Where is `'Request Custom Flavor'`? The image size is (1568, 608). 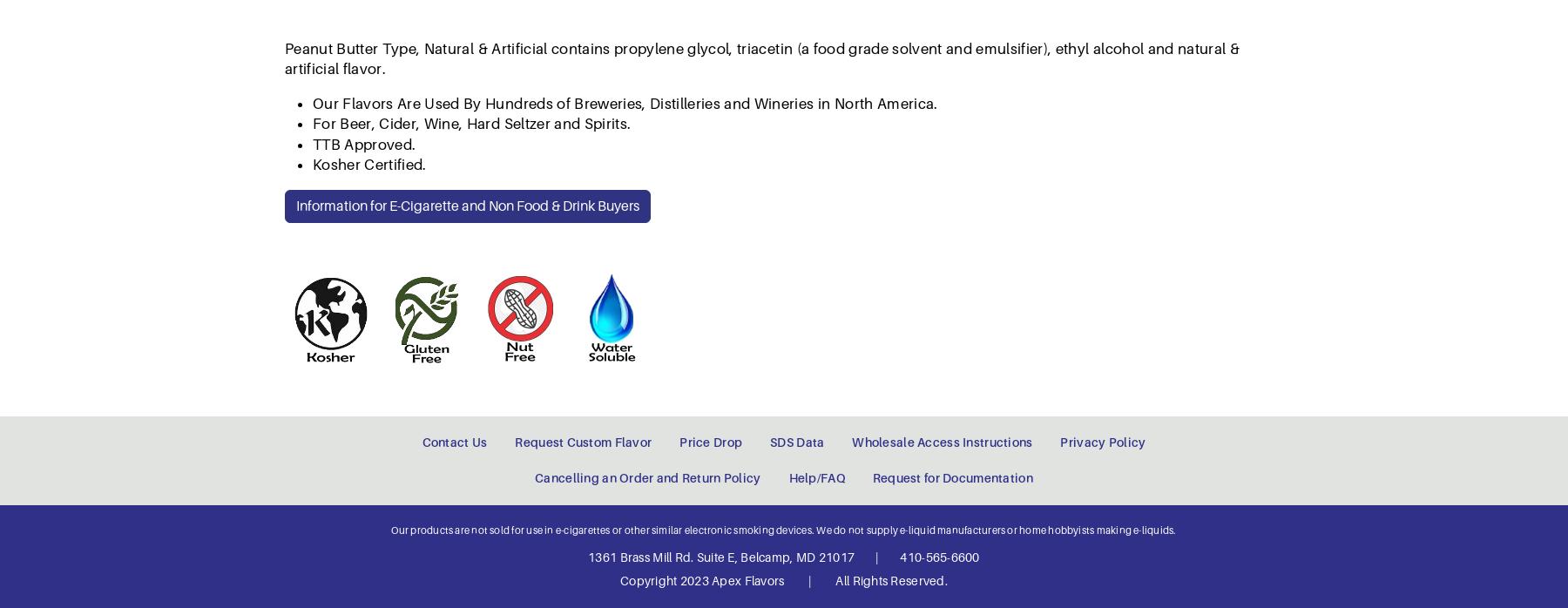
'Request Custom Flavor' is located at coordinates (583, 98).